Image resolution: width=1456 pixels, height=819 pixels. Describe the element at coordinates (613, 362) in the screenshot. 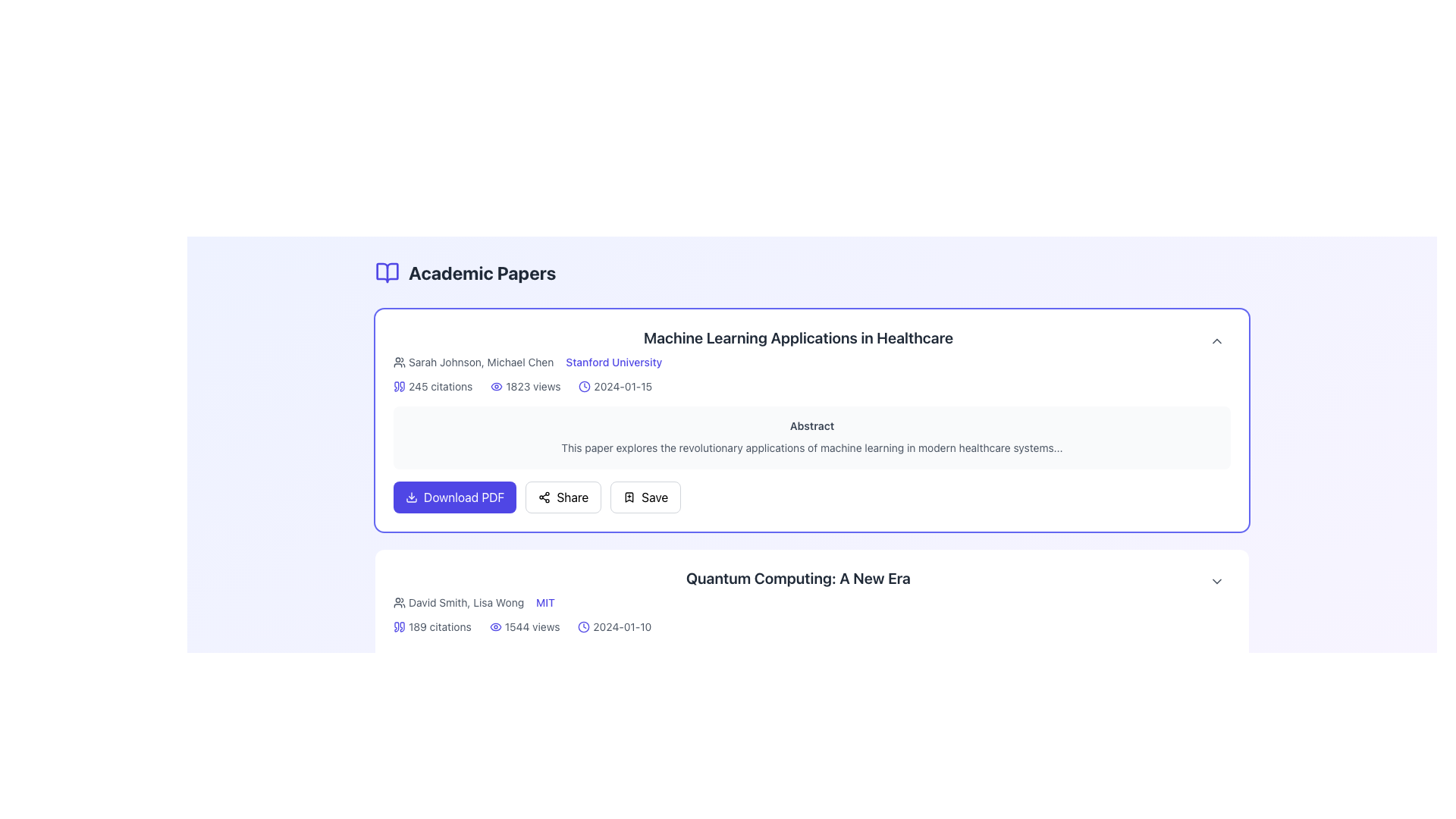

I see `the text label reading 'Stanford University', which is styled in a distinct indigo font and positioned under the 'Academic Papers' section, to read the text` at that location.